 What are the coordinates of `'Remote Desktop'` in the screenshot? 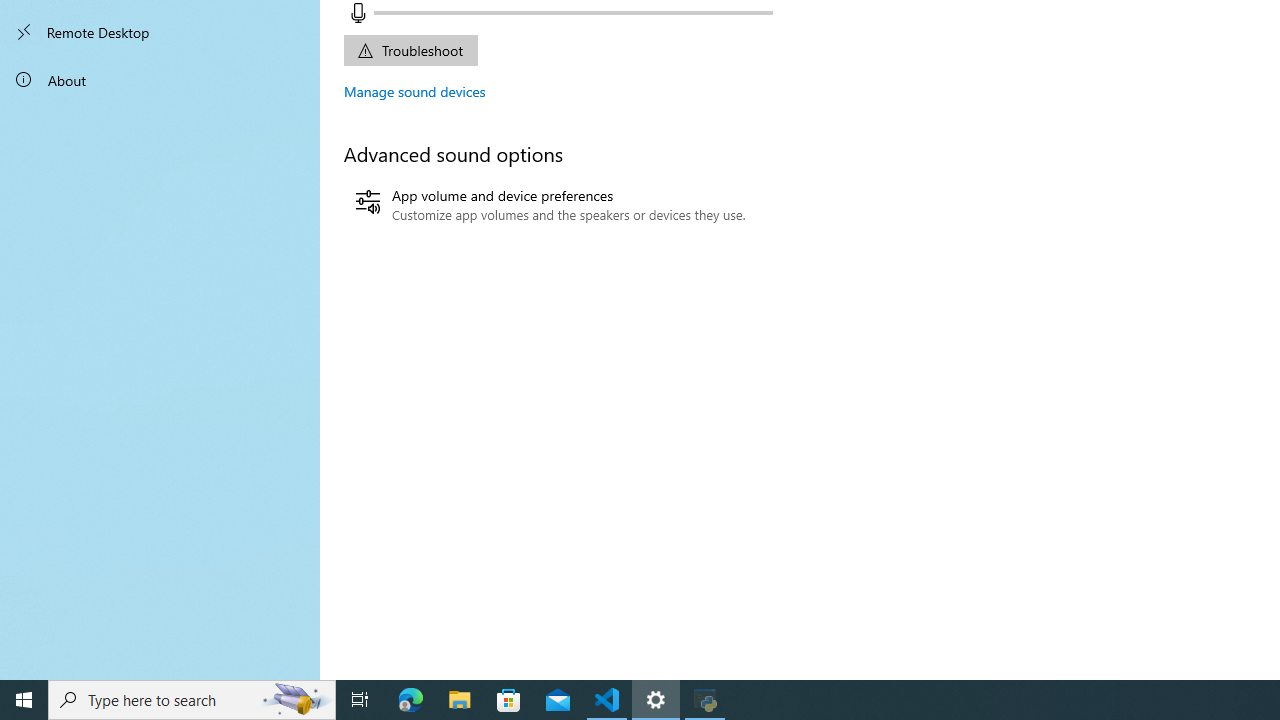 It's located at (160, 32).